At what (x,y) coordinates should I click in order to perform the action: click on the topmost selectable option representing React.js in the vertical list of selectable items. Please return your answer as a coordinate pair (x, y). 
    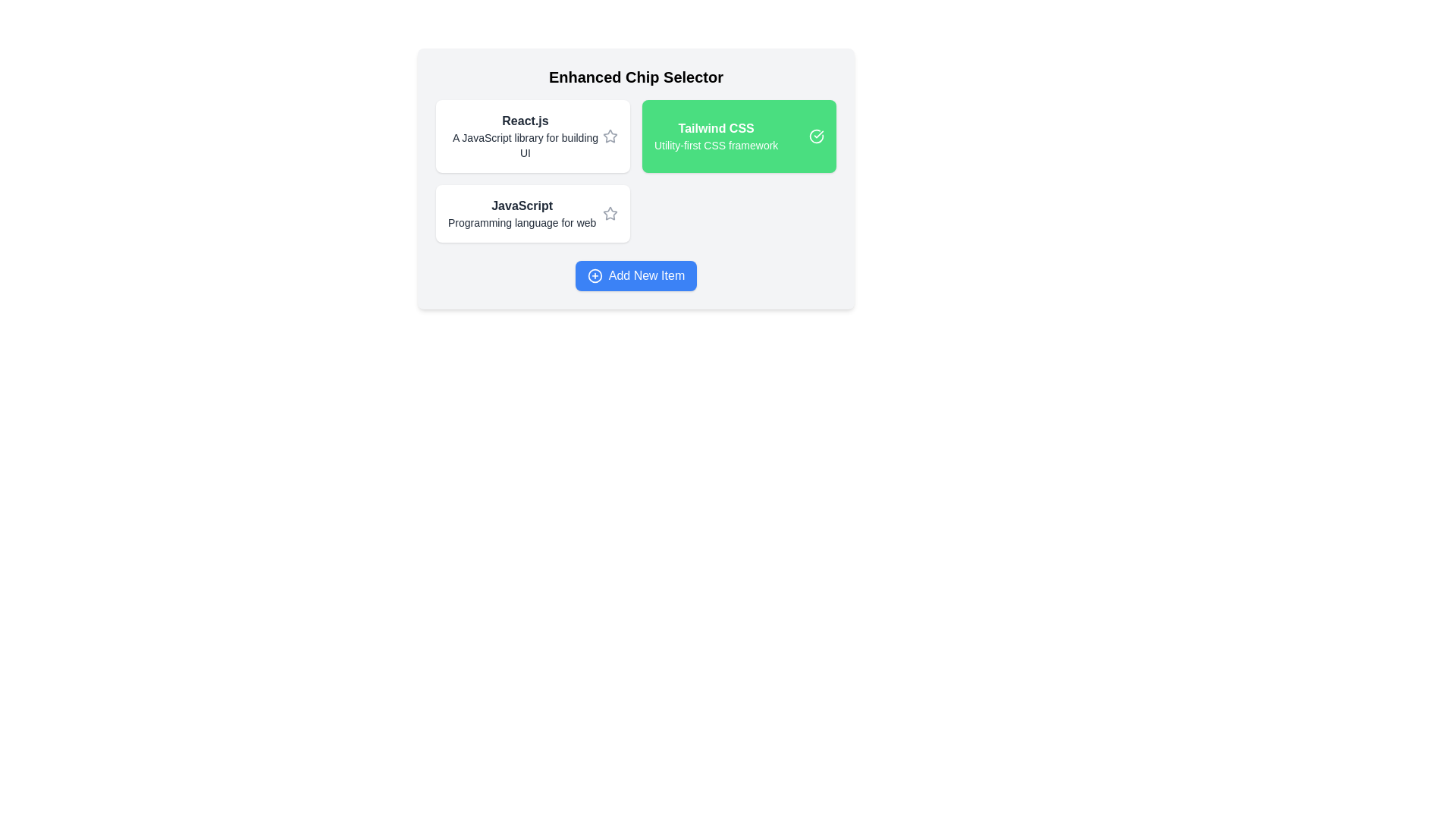
    Looking at the image, I should click on (525, 136).